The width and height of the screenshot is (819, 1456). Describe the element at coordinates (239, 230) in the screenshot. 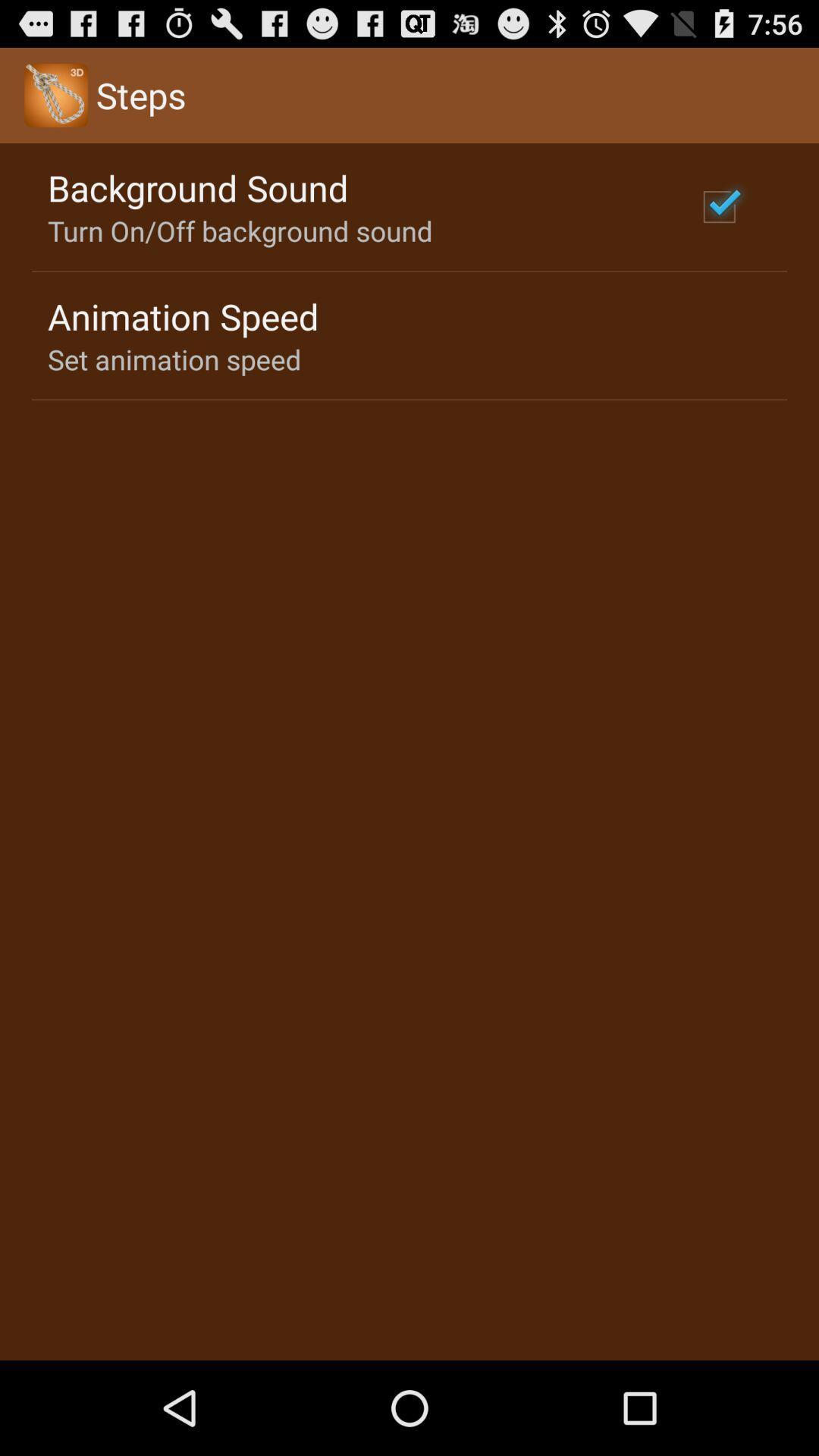

I see `the item above the animation speed icon` at that location.